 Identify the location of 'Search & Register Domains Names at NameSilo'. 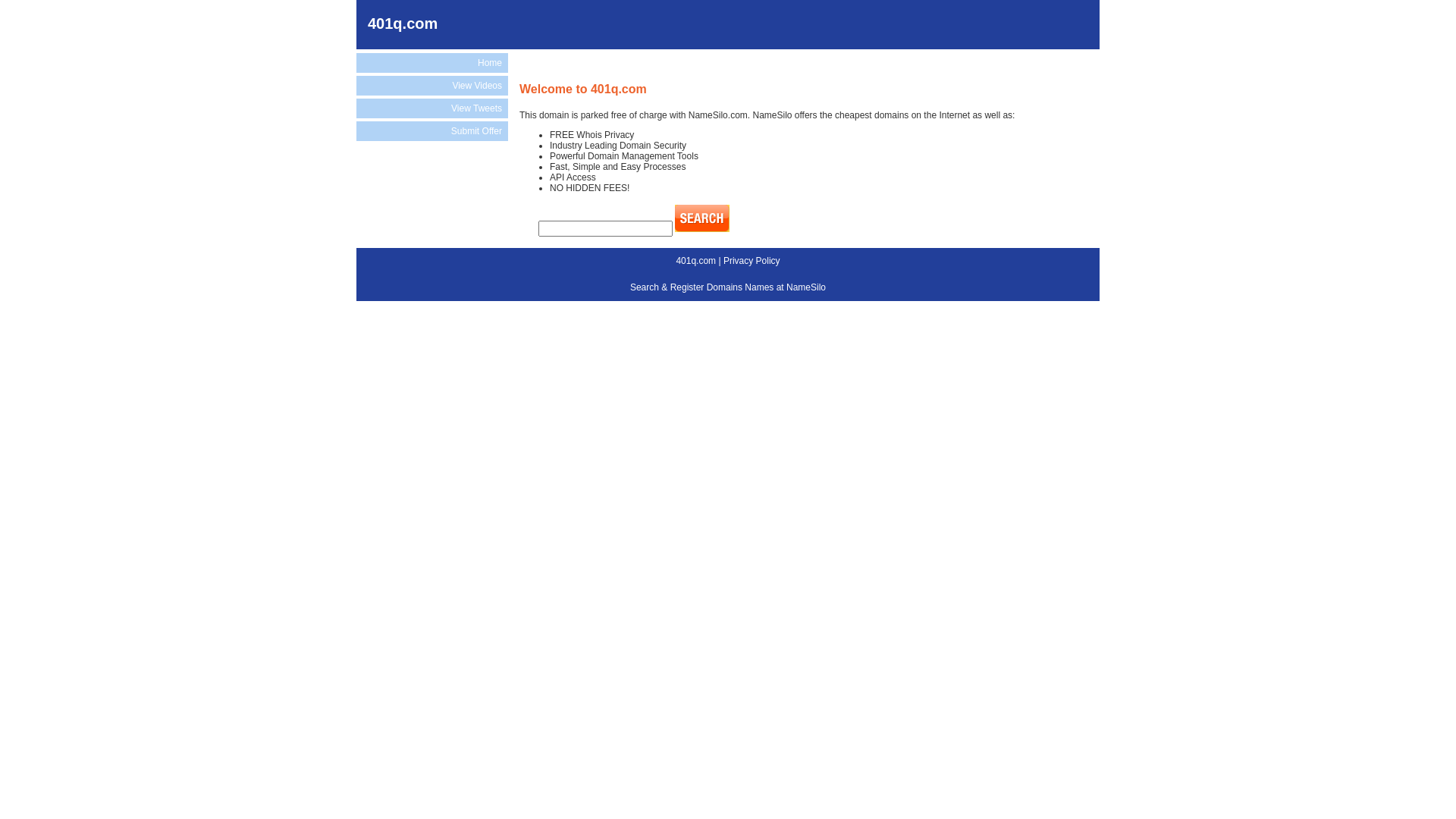
(728, 287).